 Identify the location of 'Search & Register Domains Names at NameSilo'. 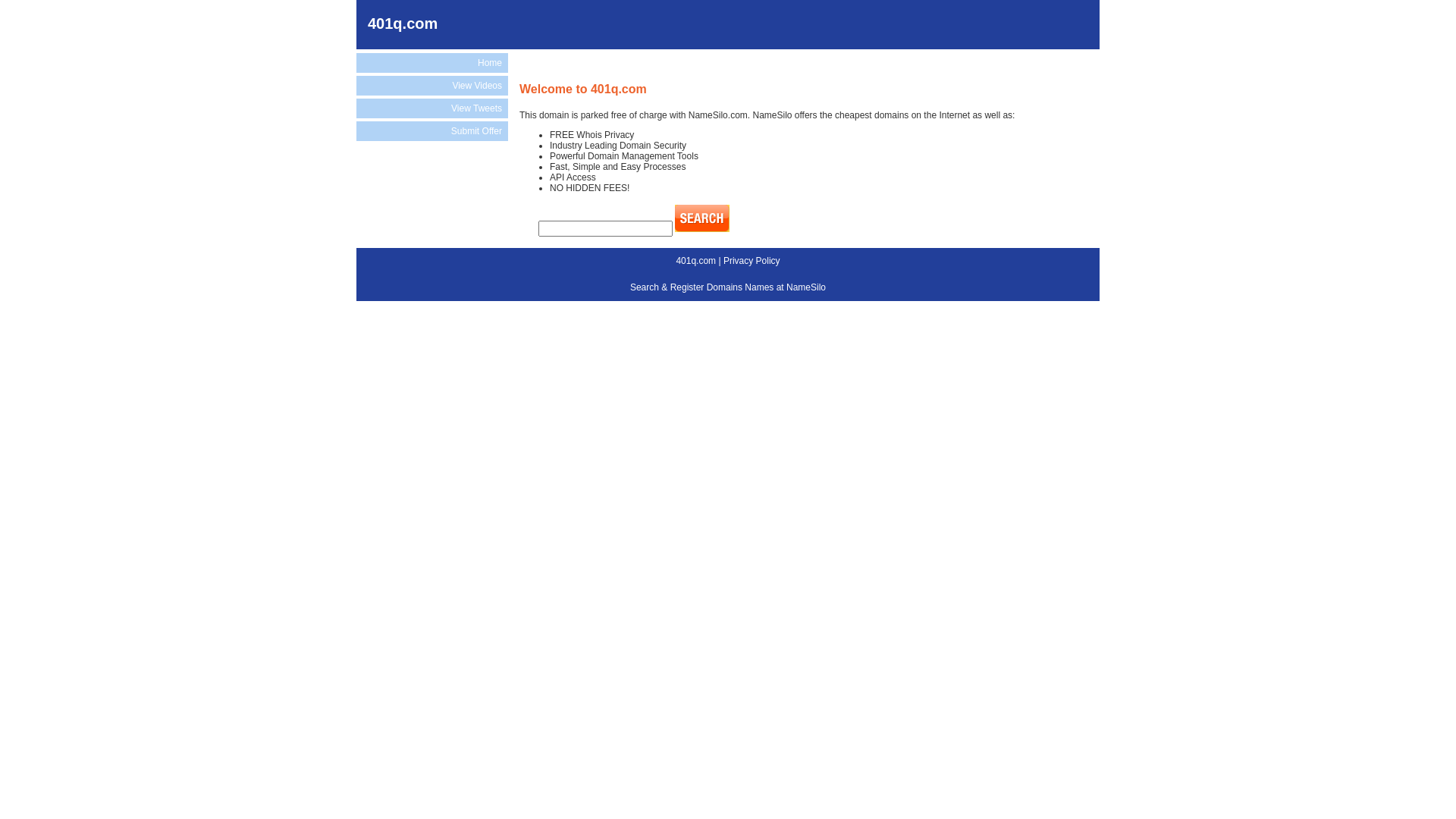
(728, 287).